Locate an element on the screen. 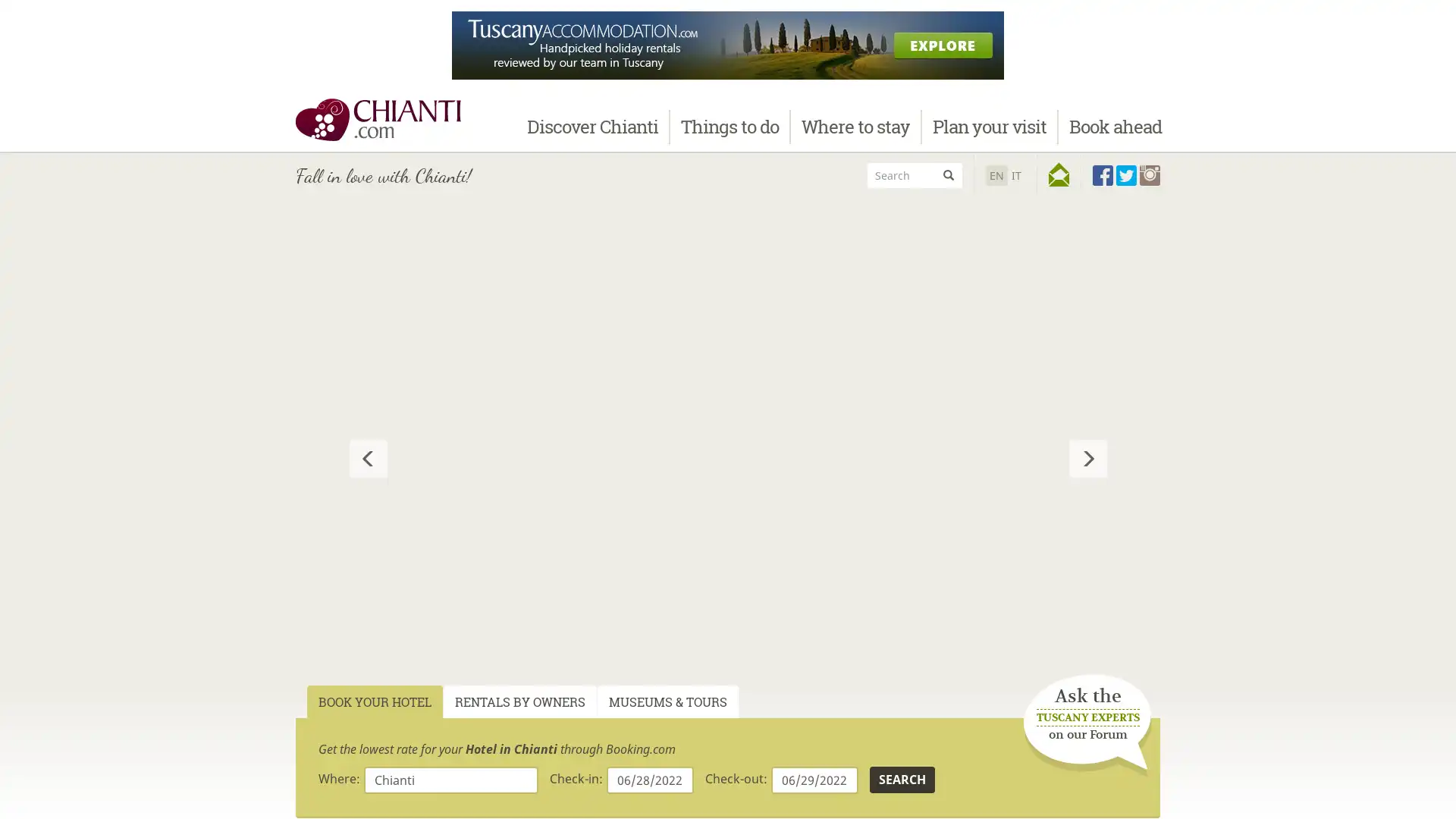  Where to stay is located at coordinates (855, 126).